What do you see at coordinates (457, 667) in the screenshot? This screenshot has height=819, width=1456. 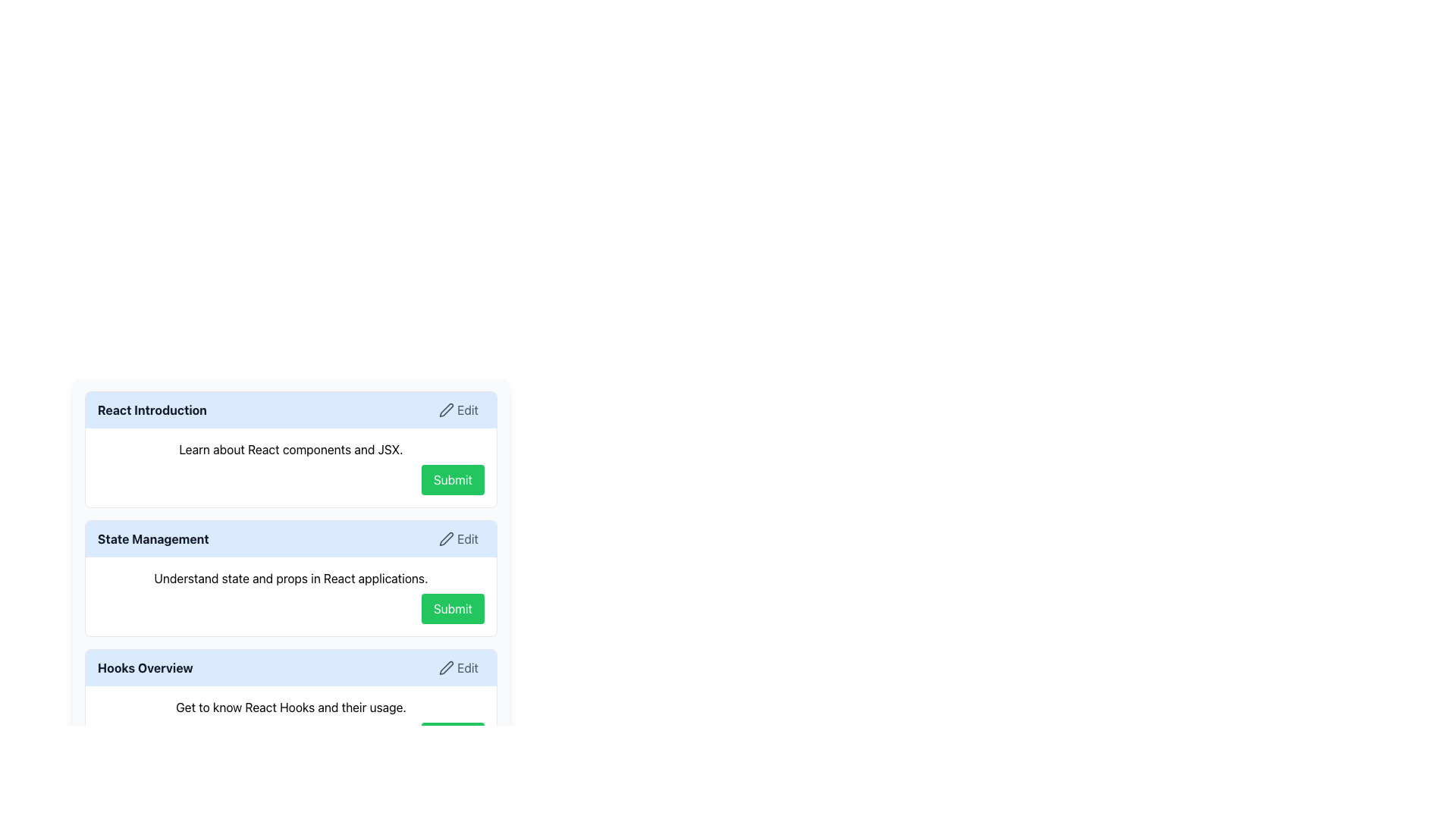 I see `the 'Edit' button located at the top-right corner of the 'Hooks Overview' section to initiate an edit action` at bounding box center [457, 667].